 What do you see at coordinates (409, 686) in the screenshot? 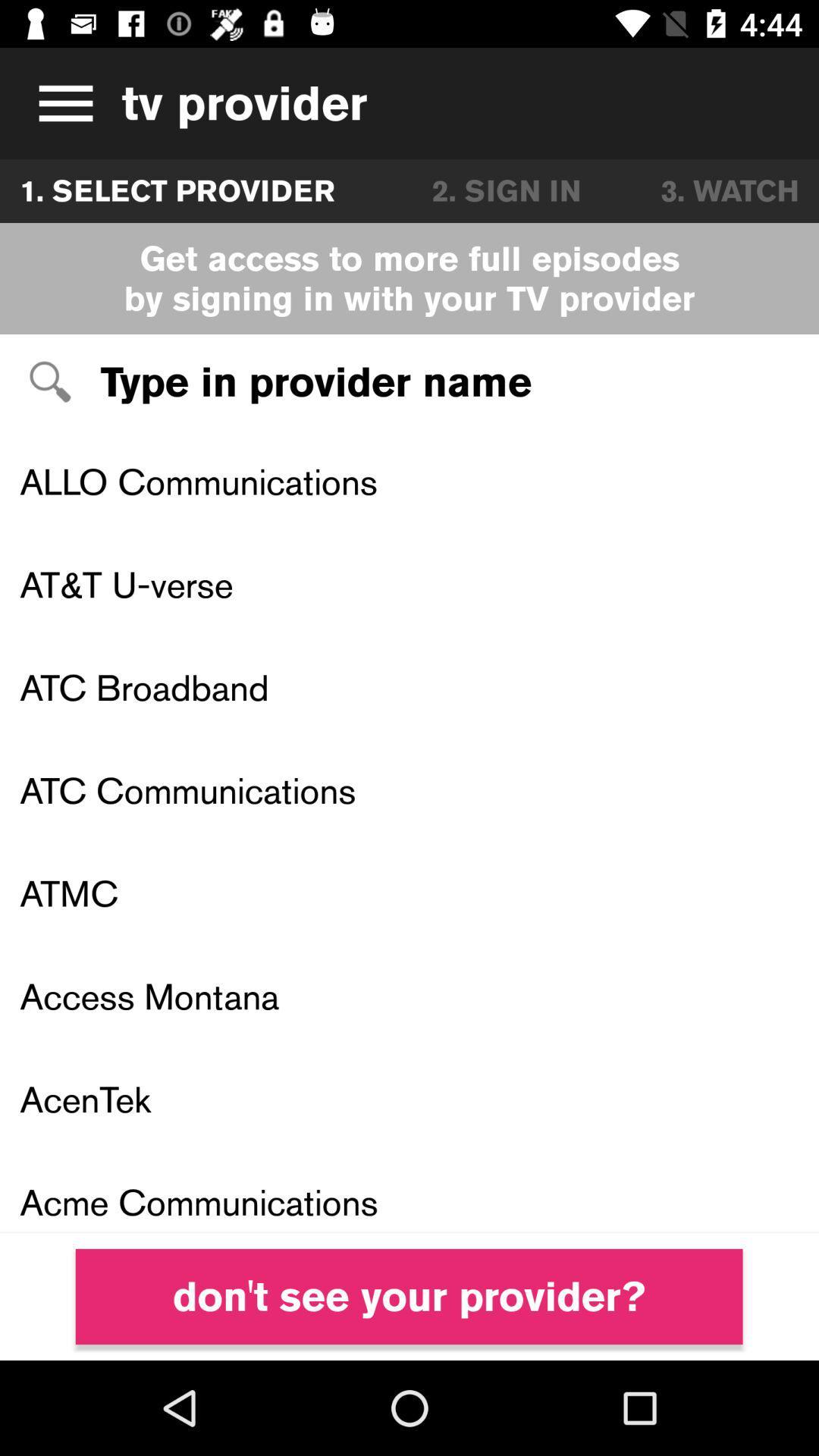
I see `item above atc communications` at bounding box center [409, 686].